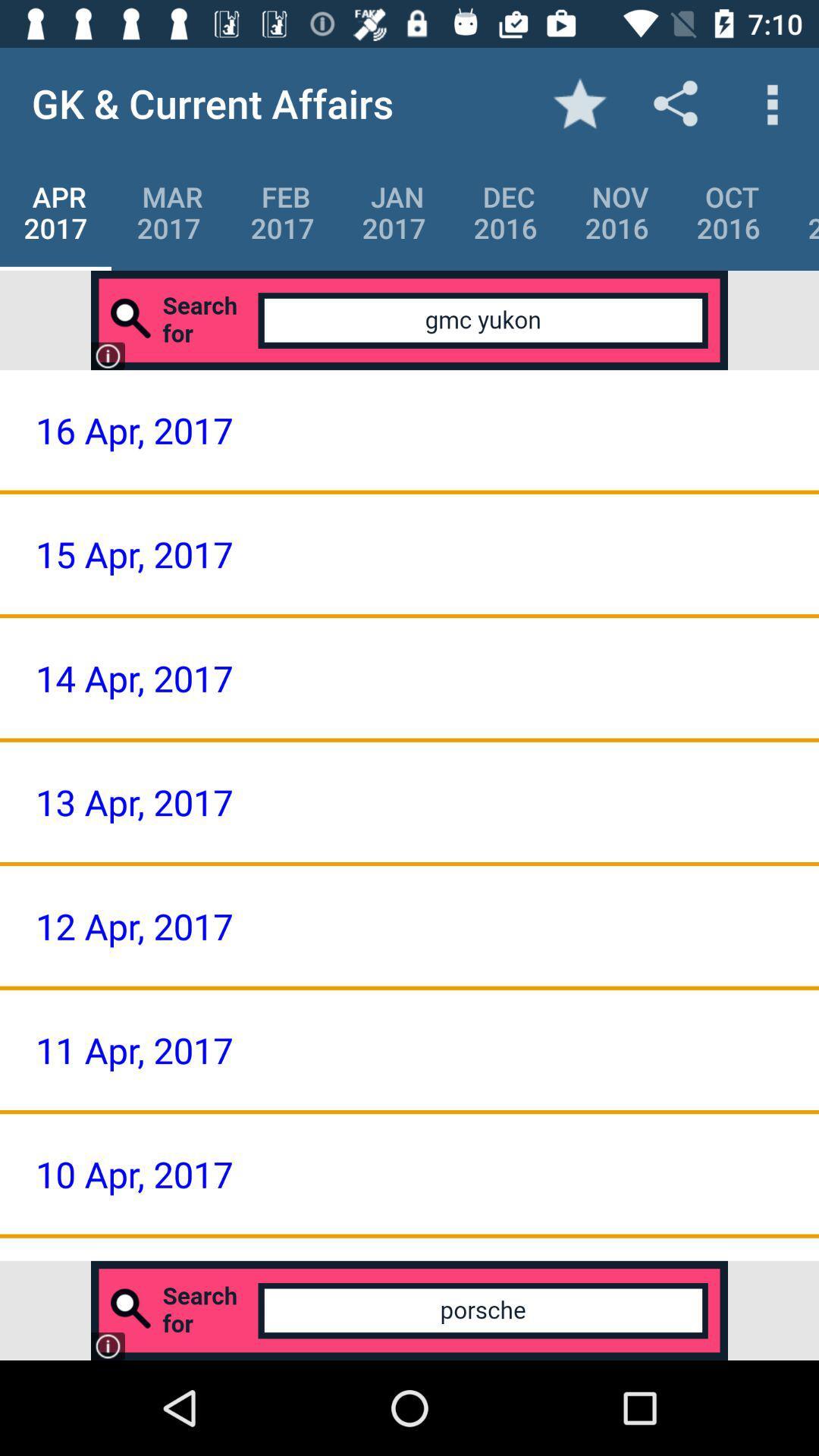 The width and height of the screenshot is (819, 1456). What do you see at coordinates (727, 212) in the screenshot?
I see `item to the left of  sep` at bounding box center [727, 212].